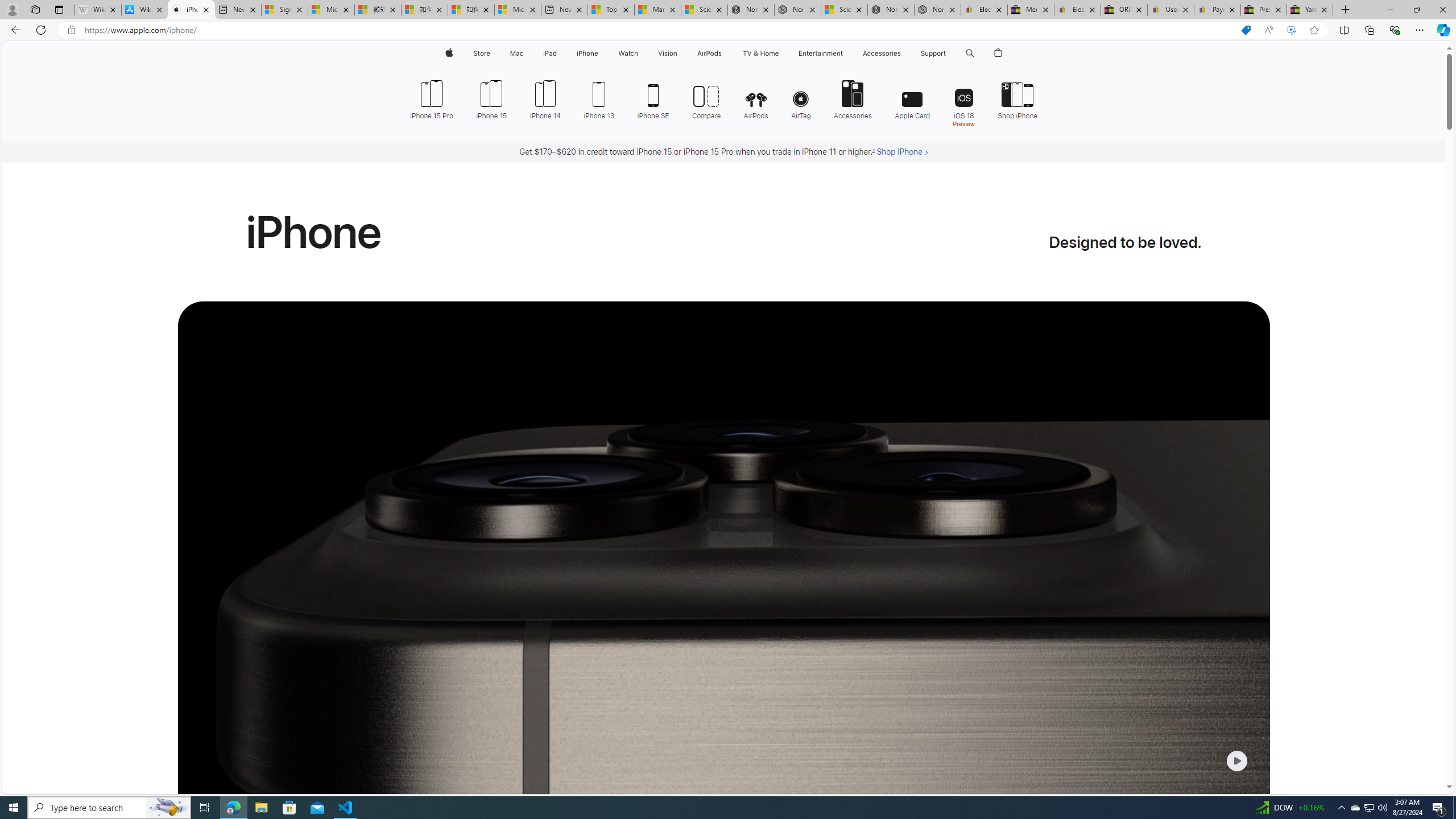  I want to click on 'iOS 18 Preview', so click(963, 102).